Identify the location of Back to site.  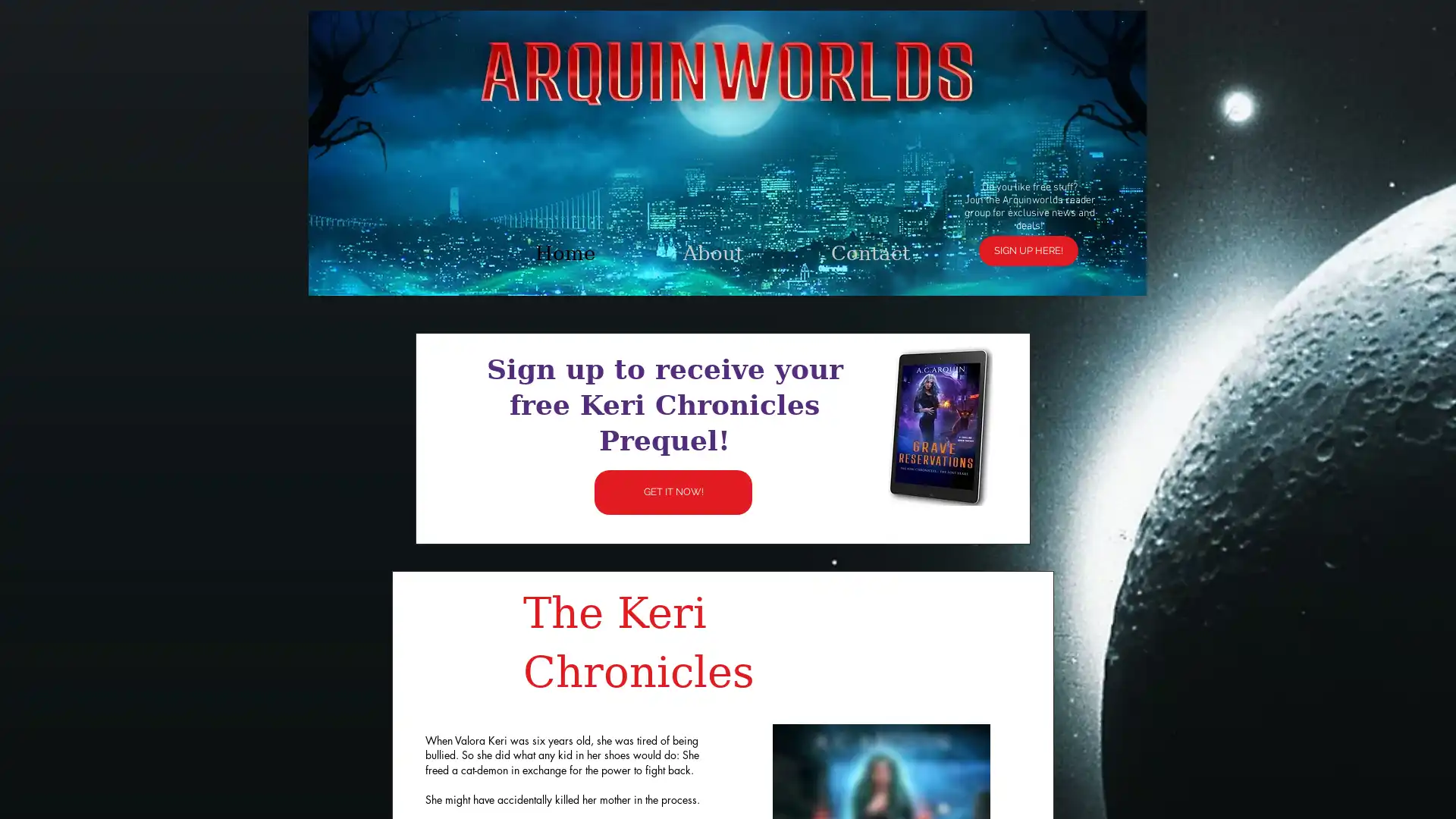
(952, 228).